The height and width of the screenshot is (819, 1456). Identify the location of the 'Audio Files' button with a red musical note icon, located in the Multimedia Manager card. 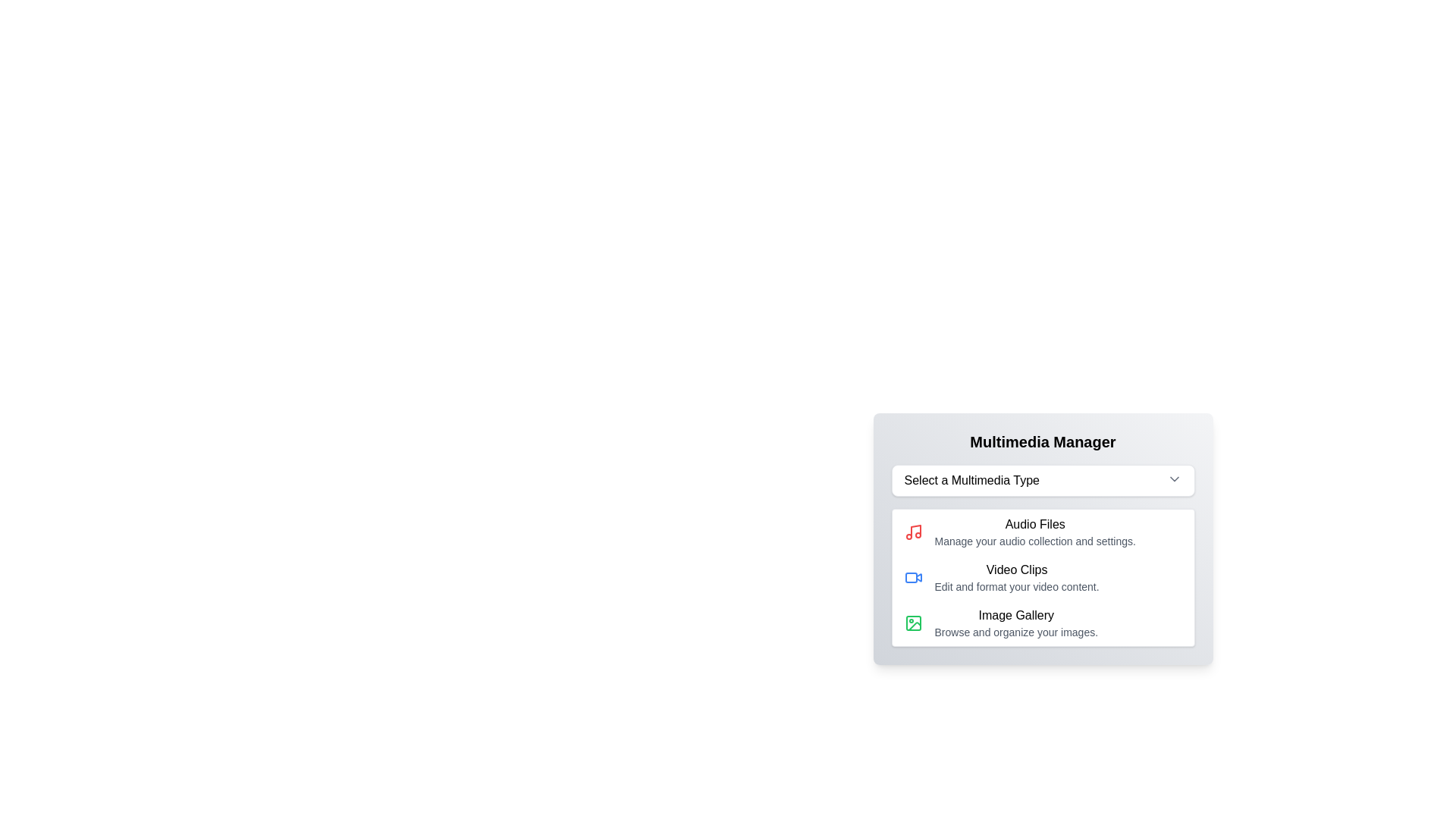
(1042, 532).